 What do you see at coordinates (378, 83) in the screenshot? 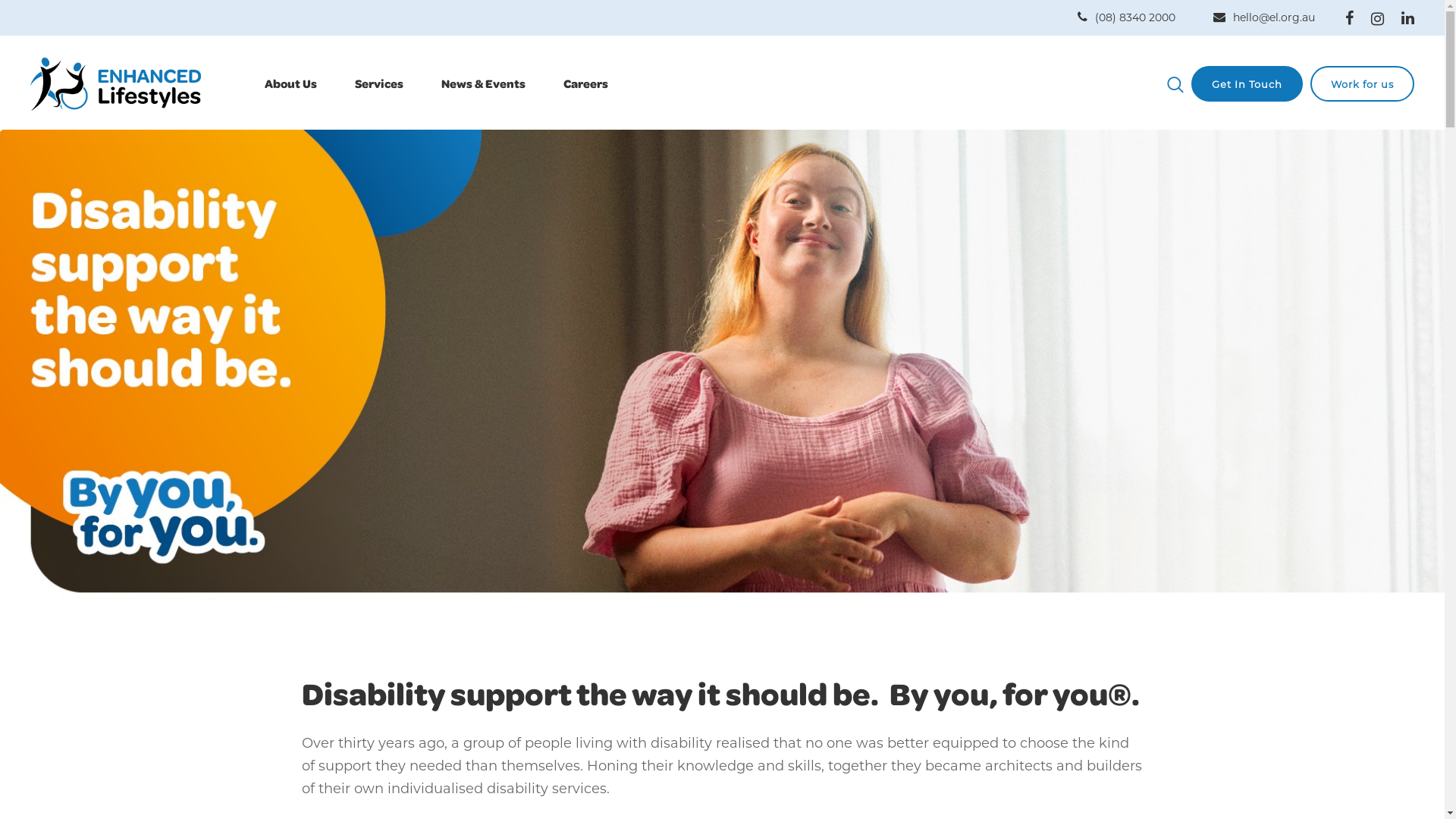
I see `'Services'` at bounding box center [378, 83].